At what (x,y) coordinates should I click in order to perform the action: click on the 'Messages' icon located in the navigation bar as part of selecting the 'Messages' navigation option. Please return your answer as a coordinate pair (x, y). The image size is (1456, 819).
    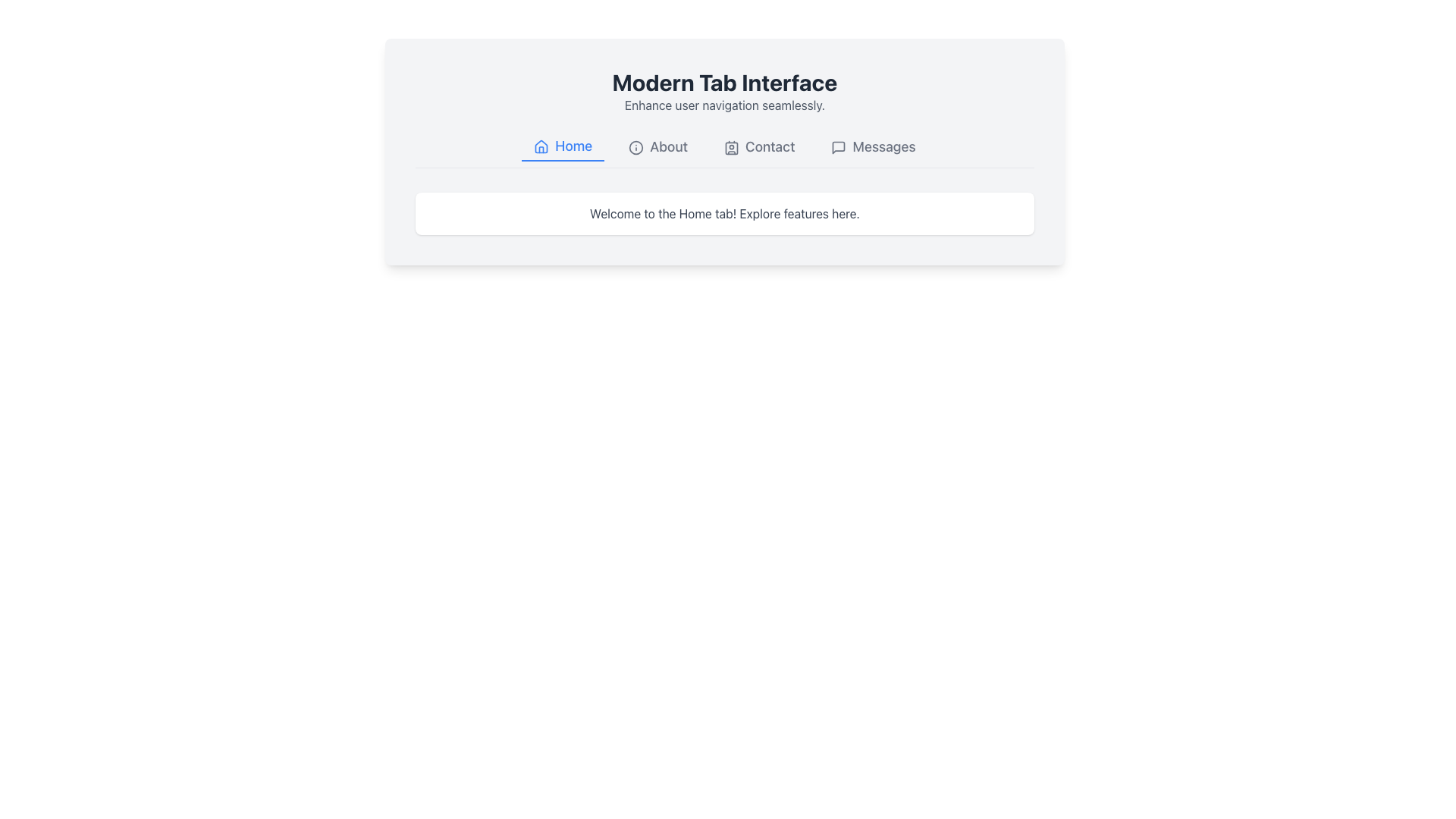
    Looking at the image, I should click on (838, 148).